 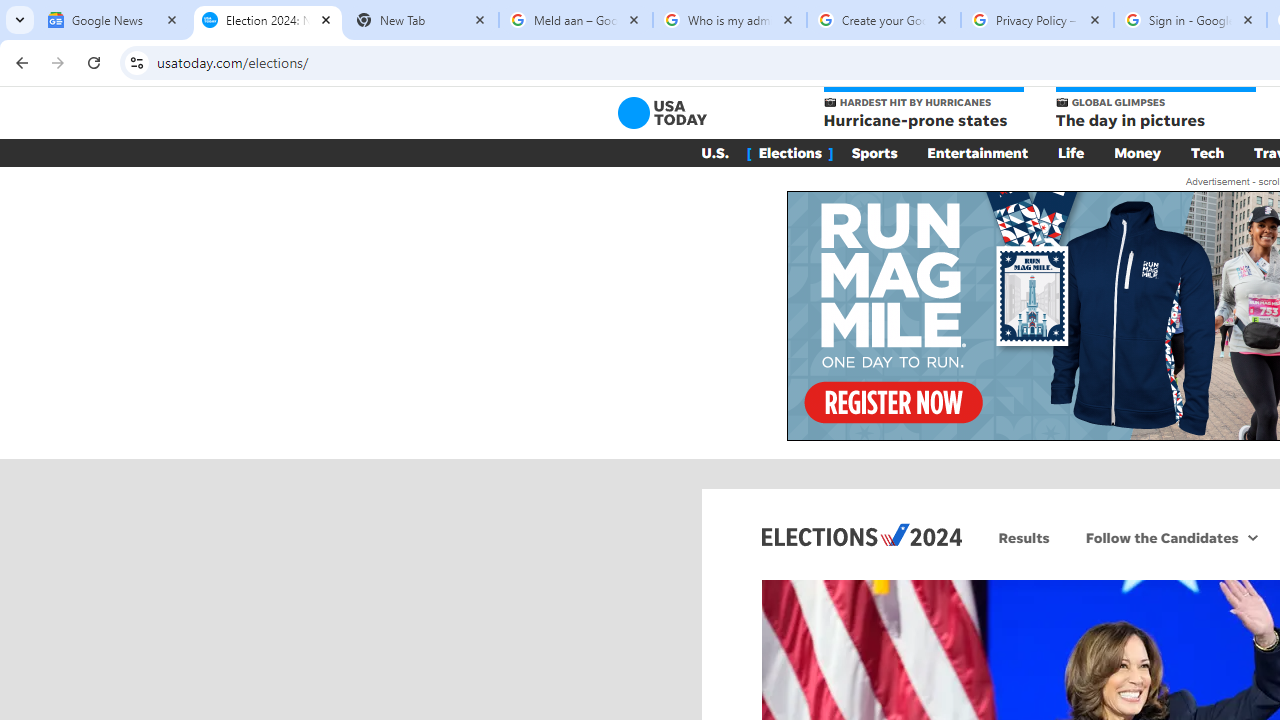 I want to click on 'USA TODAY', so click(x=661, y=113).